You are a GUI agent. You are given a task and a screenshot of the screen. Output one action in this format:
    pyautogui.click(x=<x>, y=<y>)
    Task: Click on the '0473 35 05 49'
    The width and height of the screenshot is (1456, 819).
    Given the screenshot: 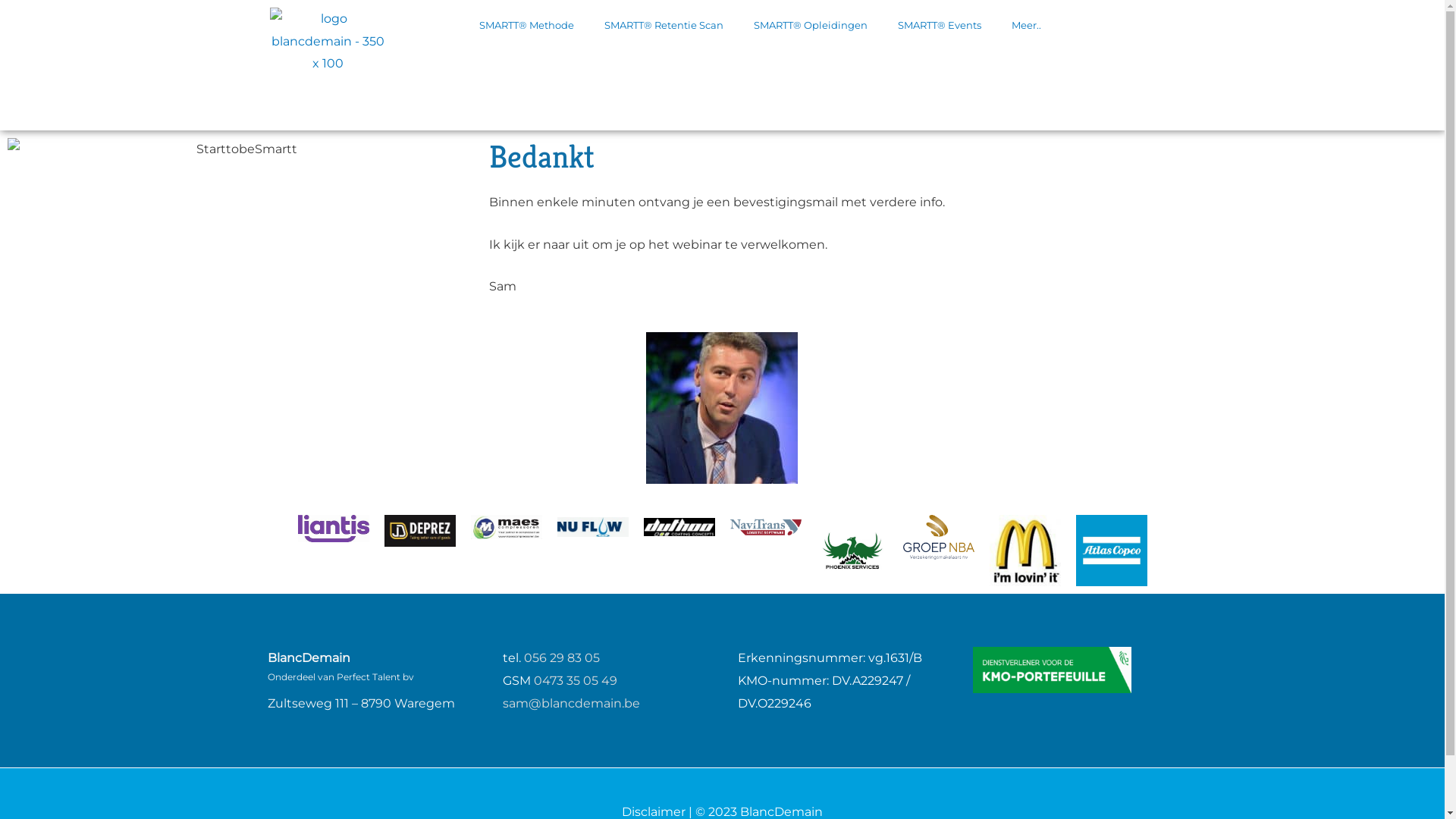 What is the action you would take?
    pyautogui.click(x=534, y=679)
    